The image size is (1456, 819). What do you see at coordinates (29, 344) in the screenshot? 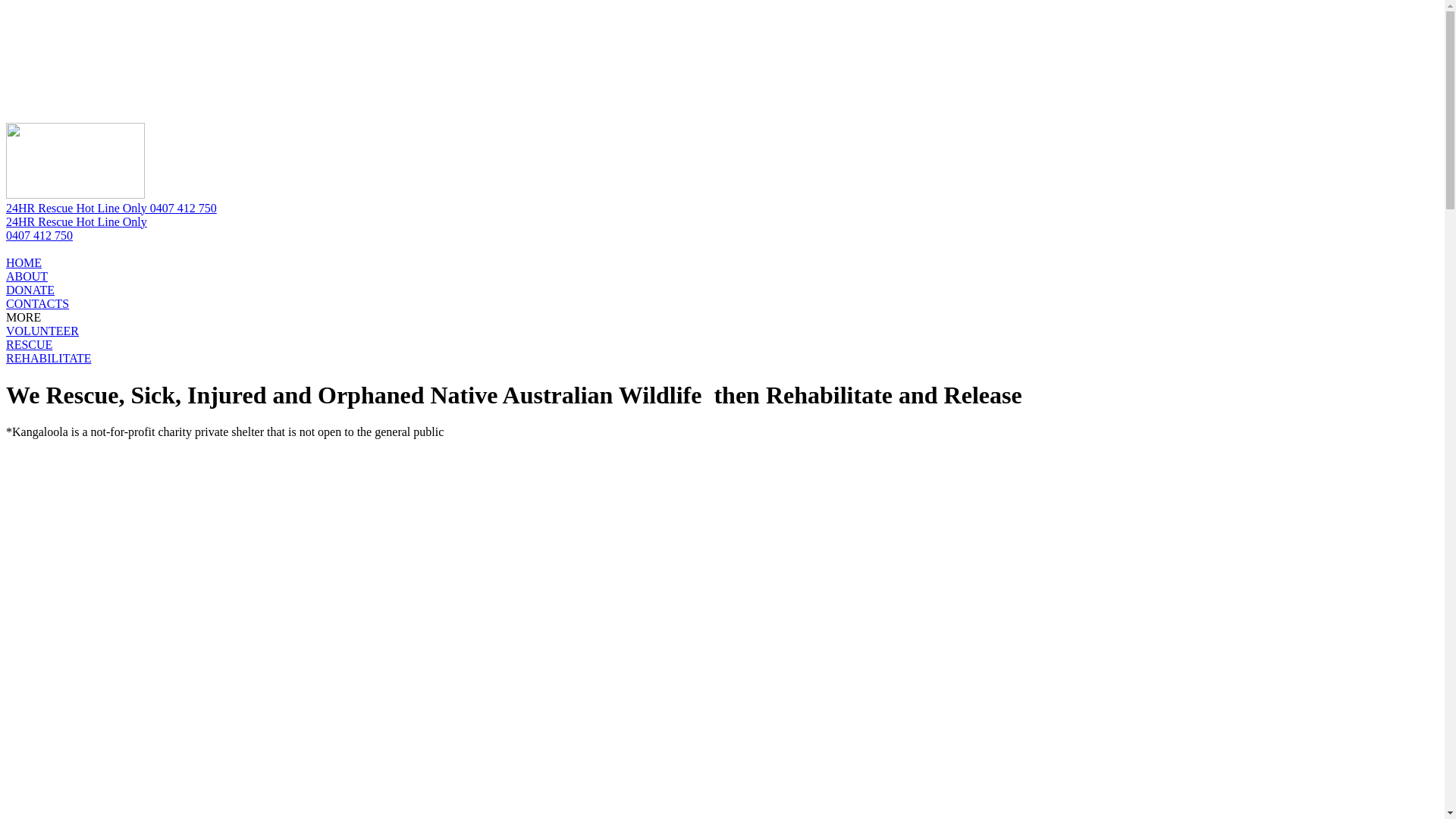
I see `'RESCUE'` at bounding box center [29, 344].